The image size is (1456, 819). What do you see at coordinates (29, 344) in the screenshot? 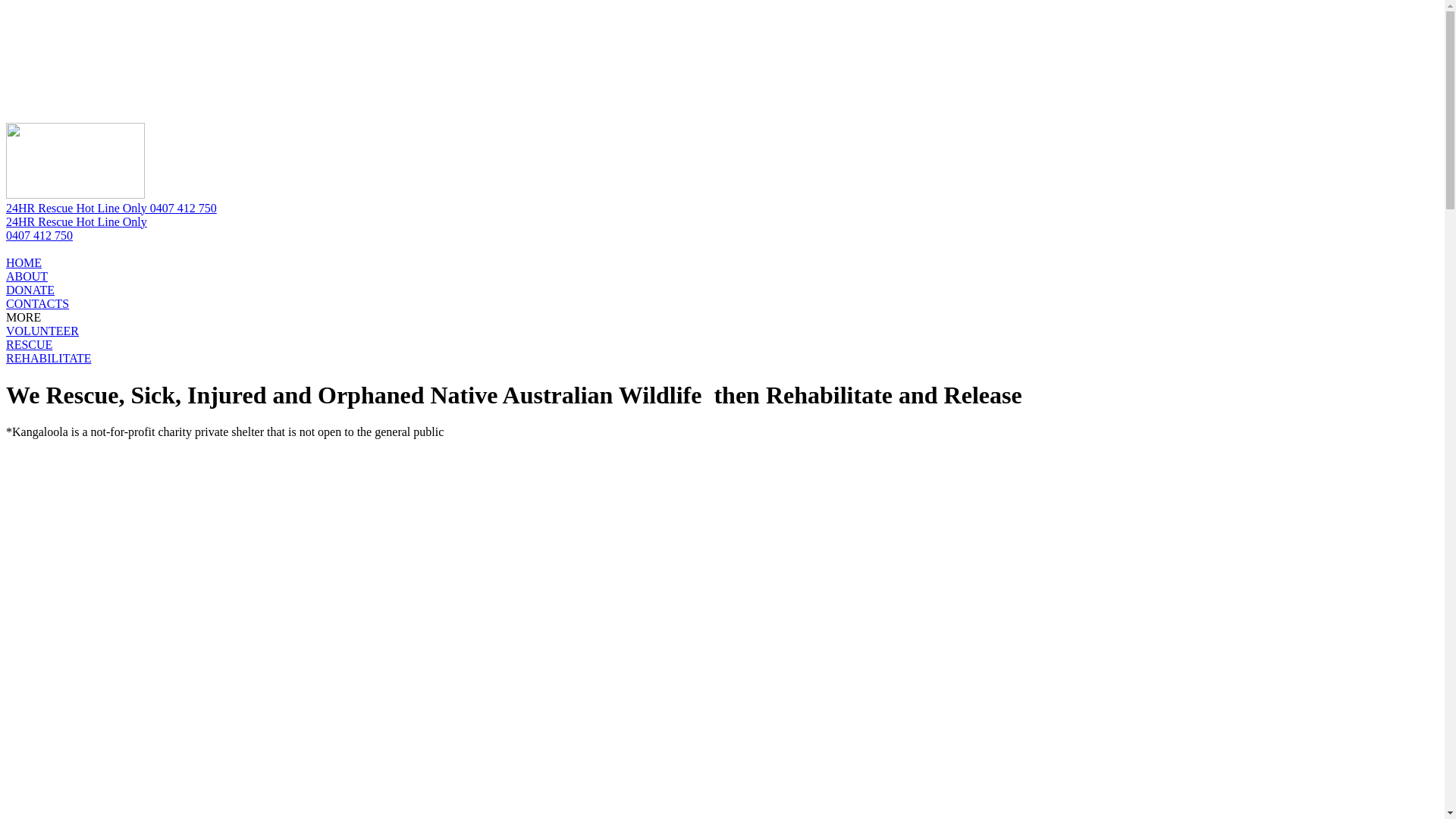
I see `'RESCUE'` at bounding box center [29, 344].